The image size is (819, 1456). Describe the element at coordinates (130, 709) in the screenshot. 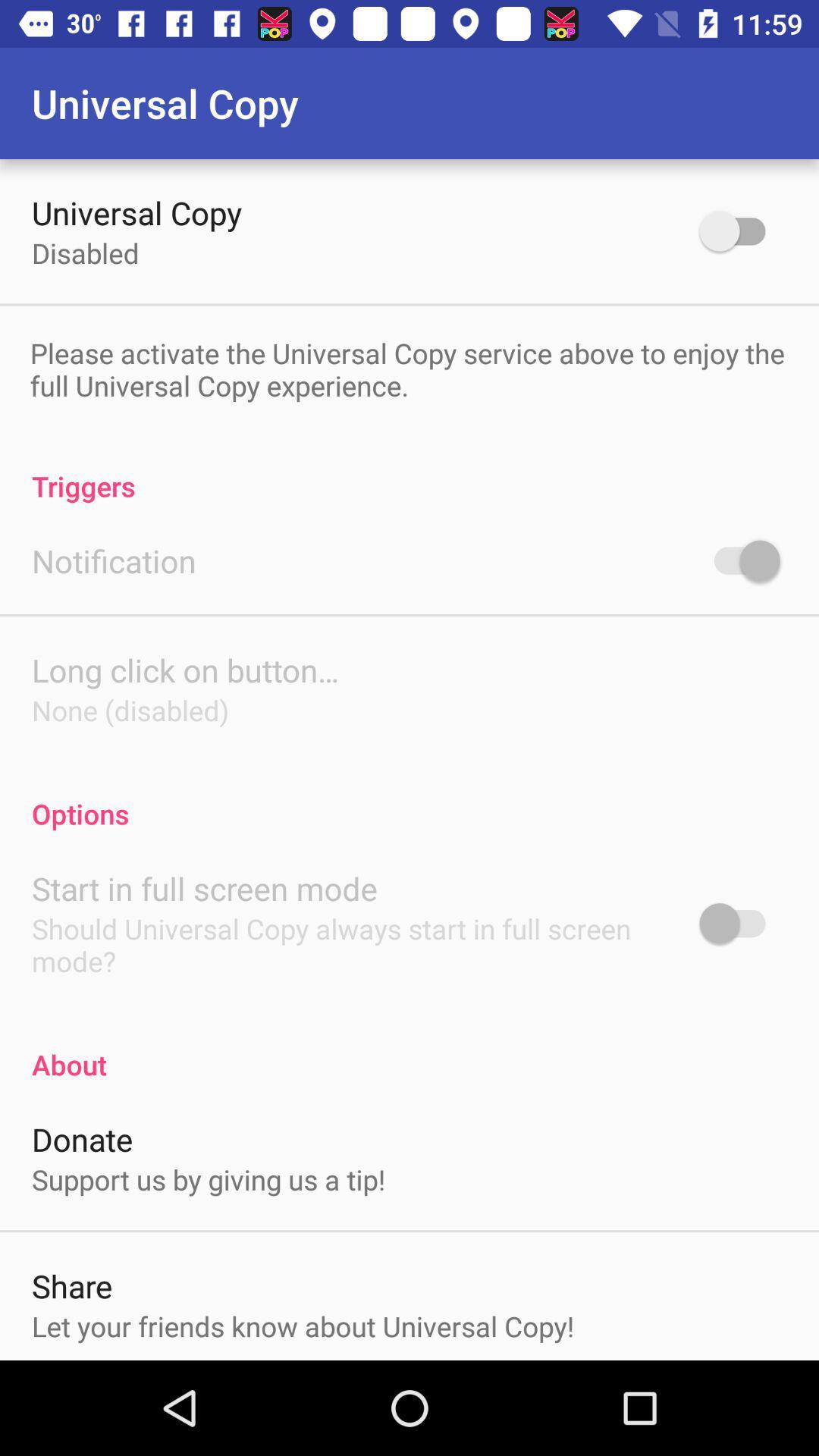

I see `the none (disabled) item` at that location.